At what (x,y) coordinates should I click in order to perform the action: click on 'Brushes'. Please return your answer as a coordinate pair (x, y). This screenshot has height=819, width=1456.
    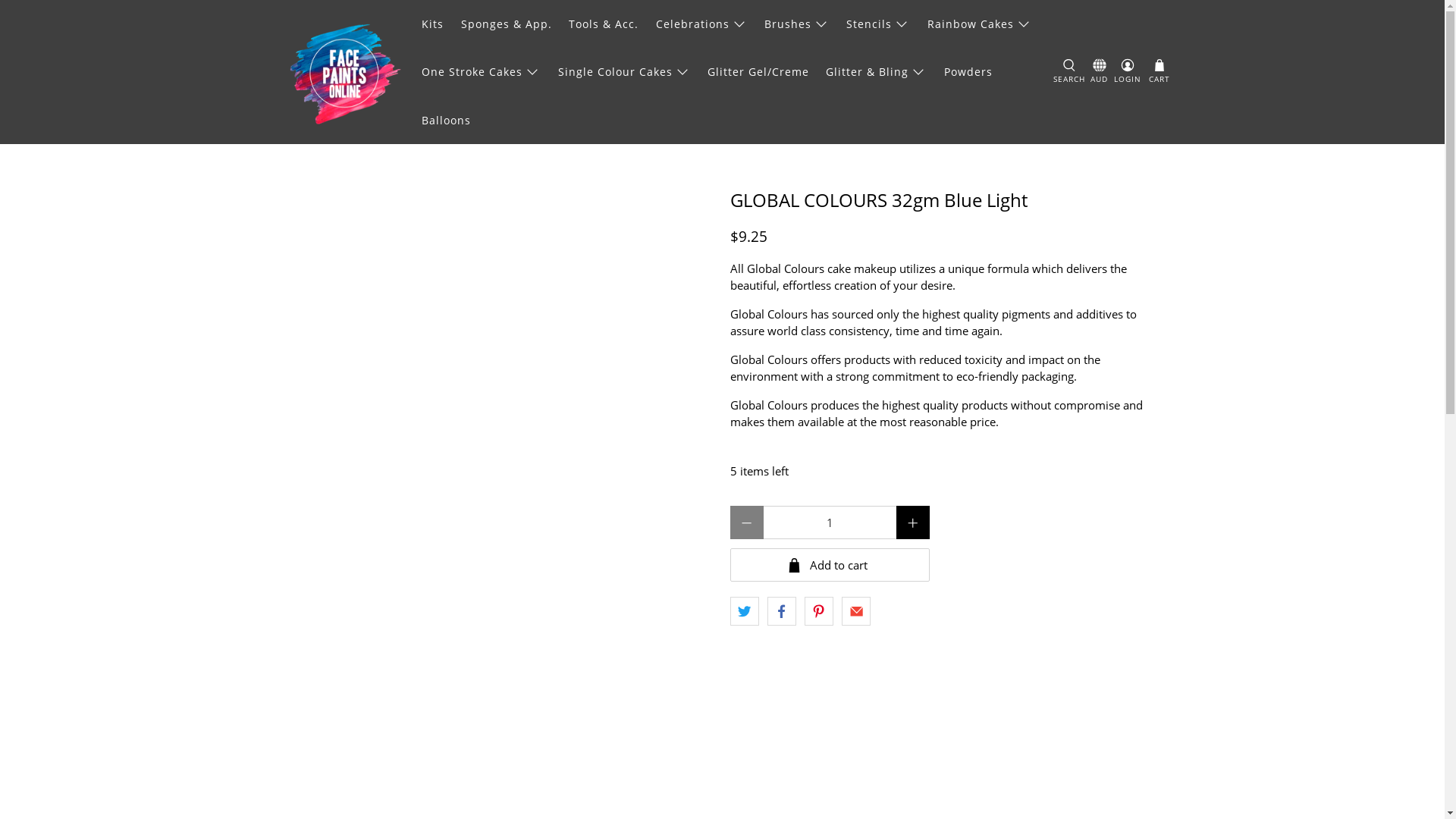
    Looking at the image, I should click on (796, 24).